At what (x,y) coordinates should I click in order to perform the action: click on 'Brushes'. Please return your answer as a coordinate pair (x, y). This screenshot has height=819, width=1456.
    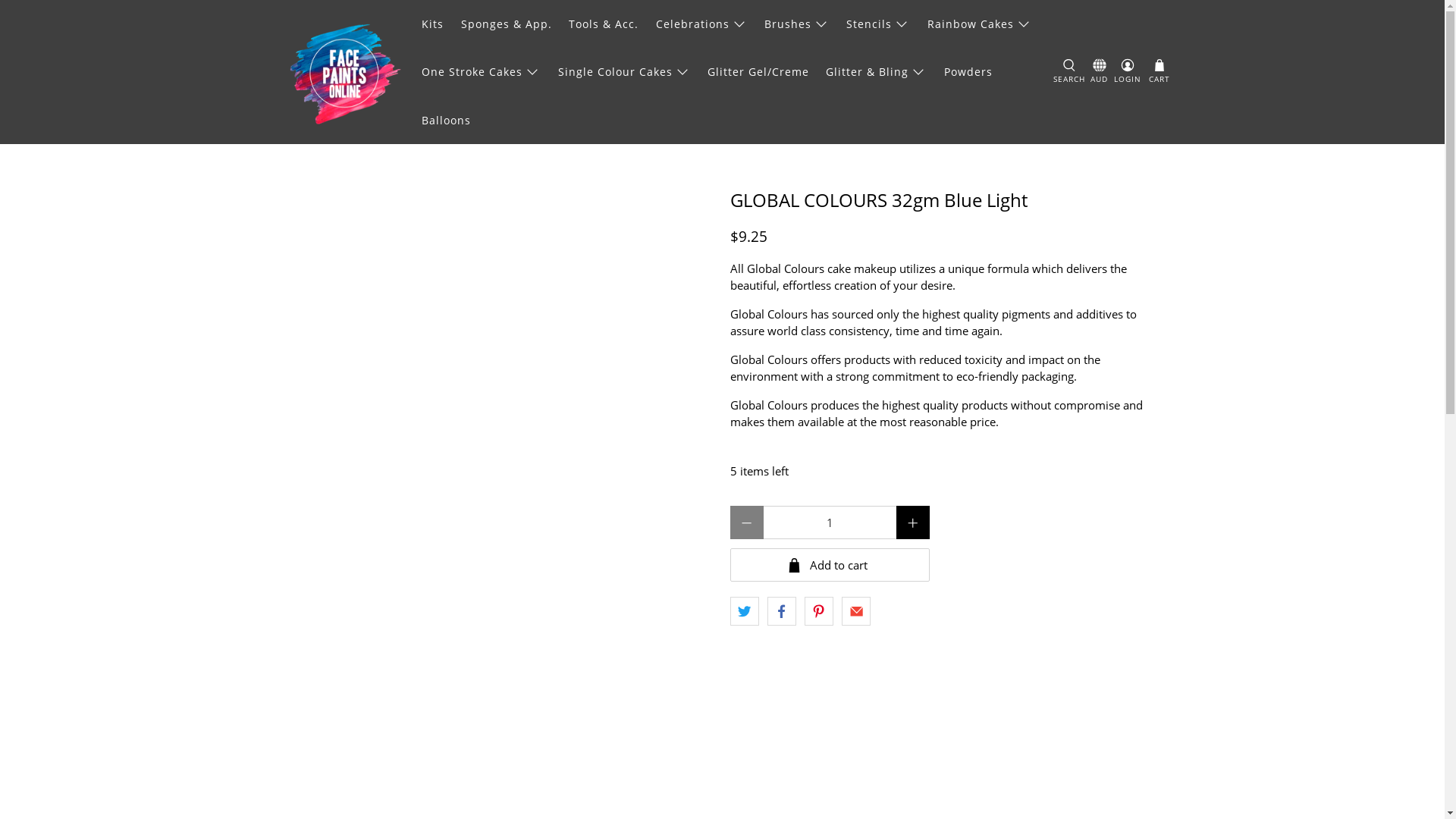
    Looking at the image, I should click on (796, 24).